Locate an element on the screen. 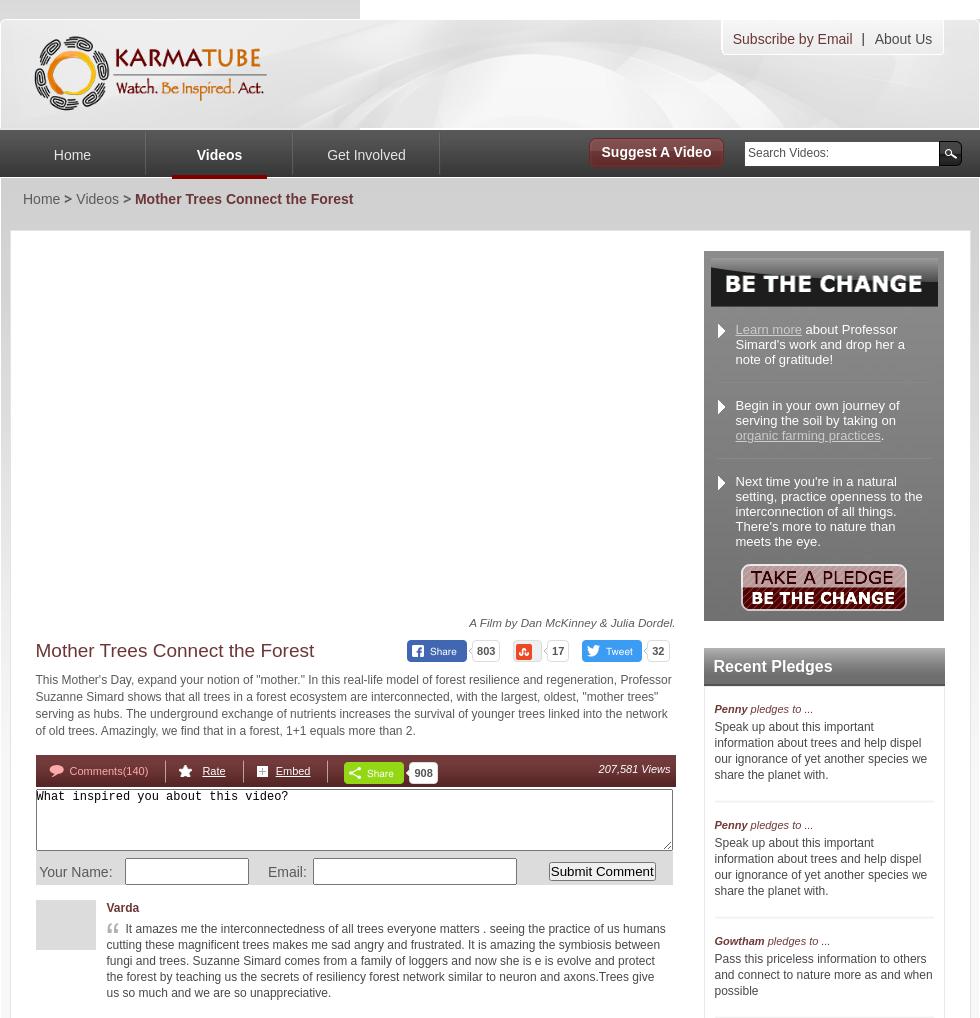 This screenshot has height=1018, width=980. 'Your Name:' is located at coordinates (73, 871).